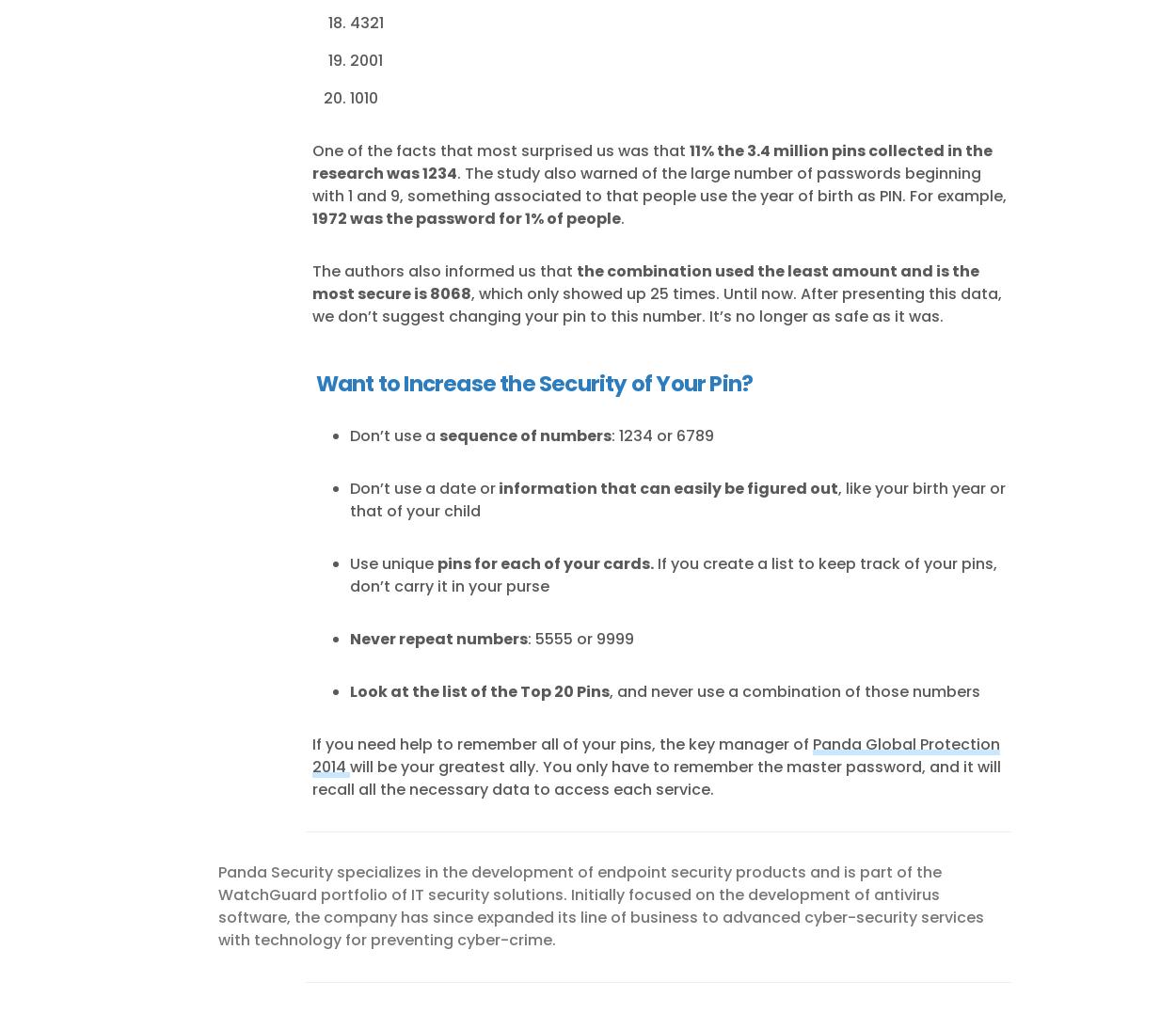 The width and height of the screenshot is (1176, 1013). Describe the element at coordinates (393, 435) in the screenshot. I see `'Don’t use a'` at that location.